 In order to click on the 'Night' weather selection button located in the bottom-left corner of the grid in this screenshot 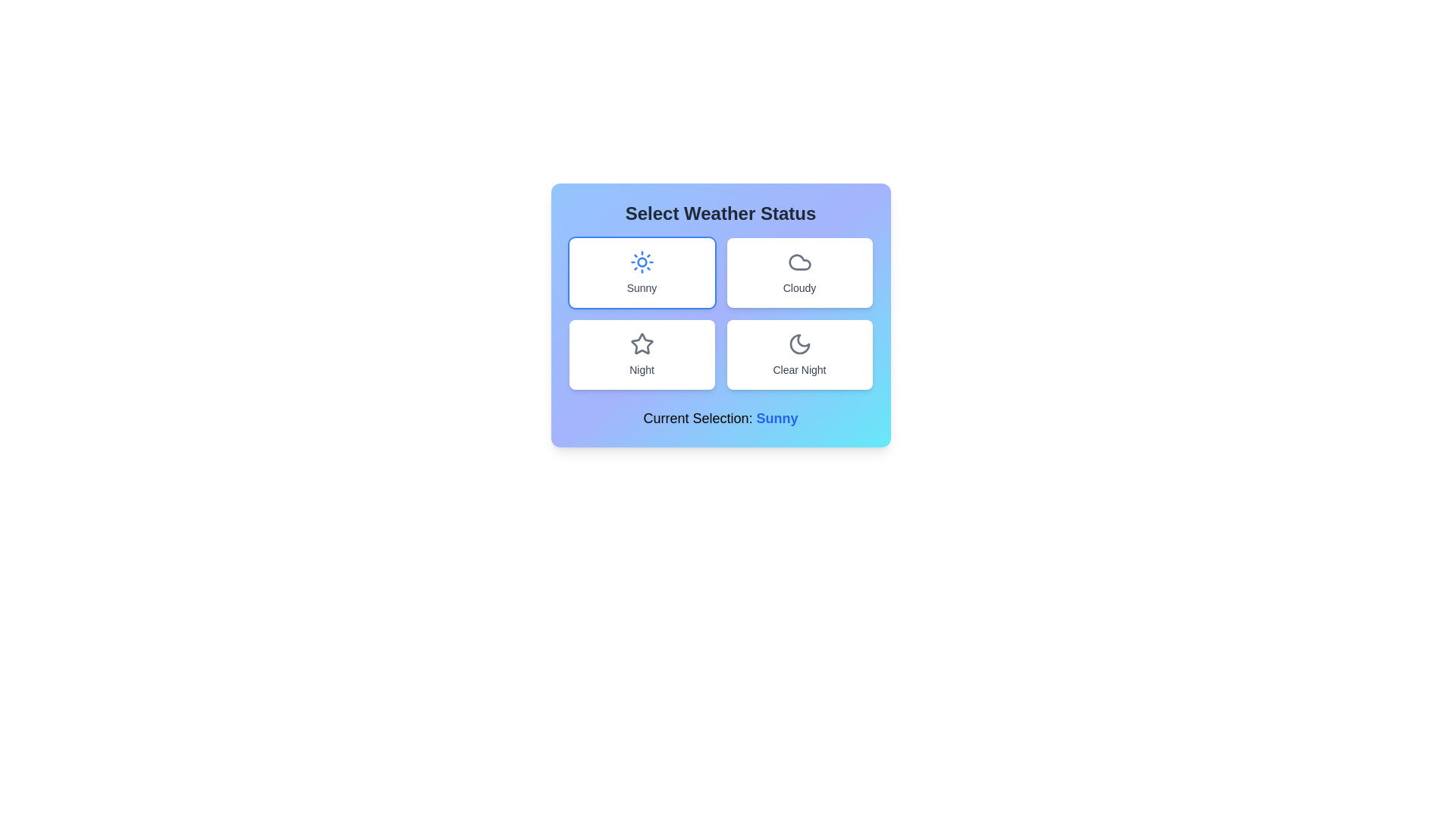, I will do `click(642, 354)`.